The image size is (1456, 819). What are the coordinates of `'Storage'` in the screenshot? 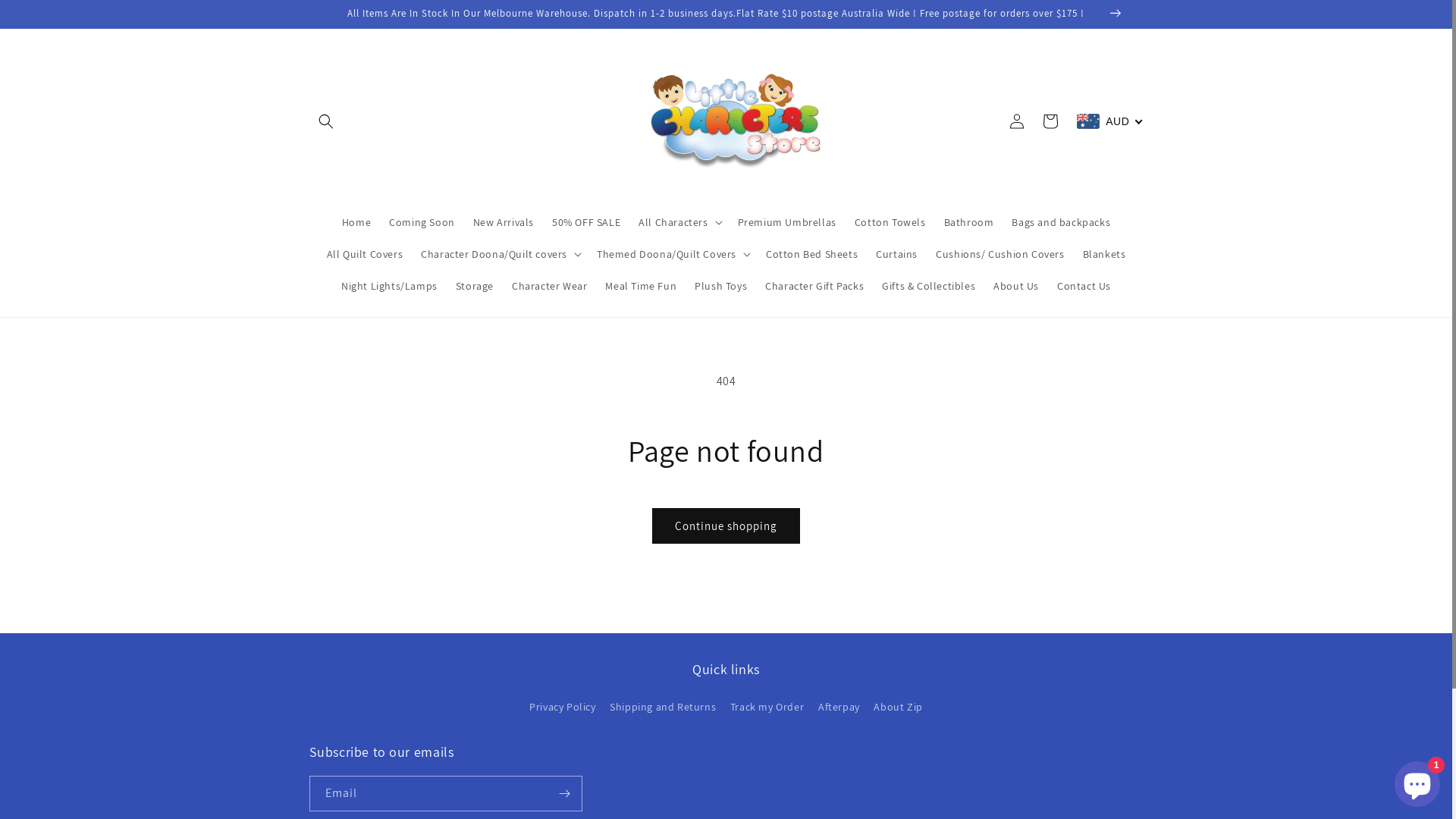 It's located at (473, 286).